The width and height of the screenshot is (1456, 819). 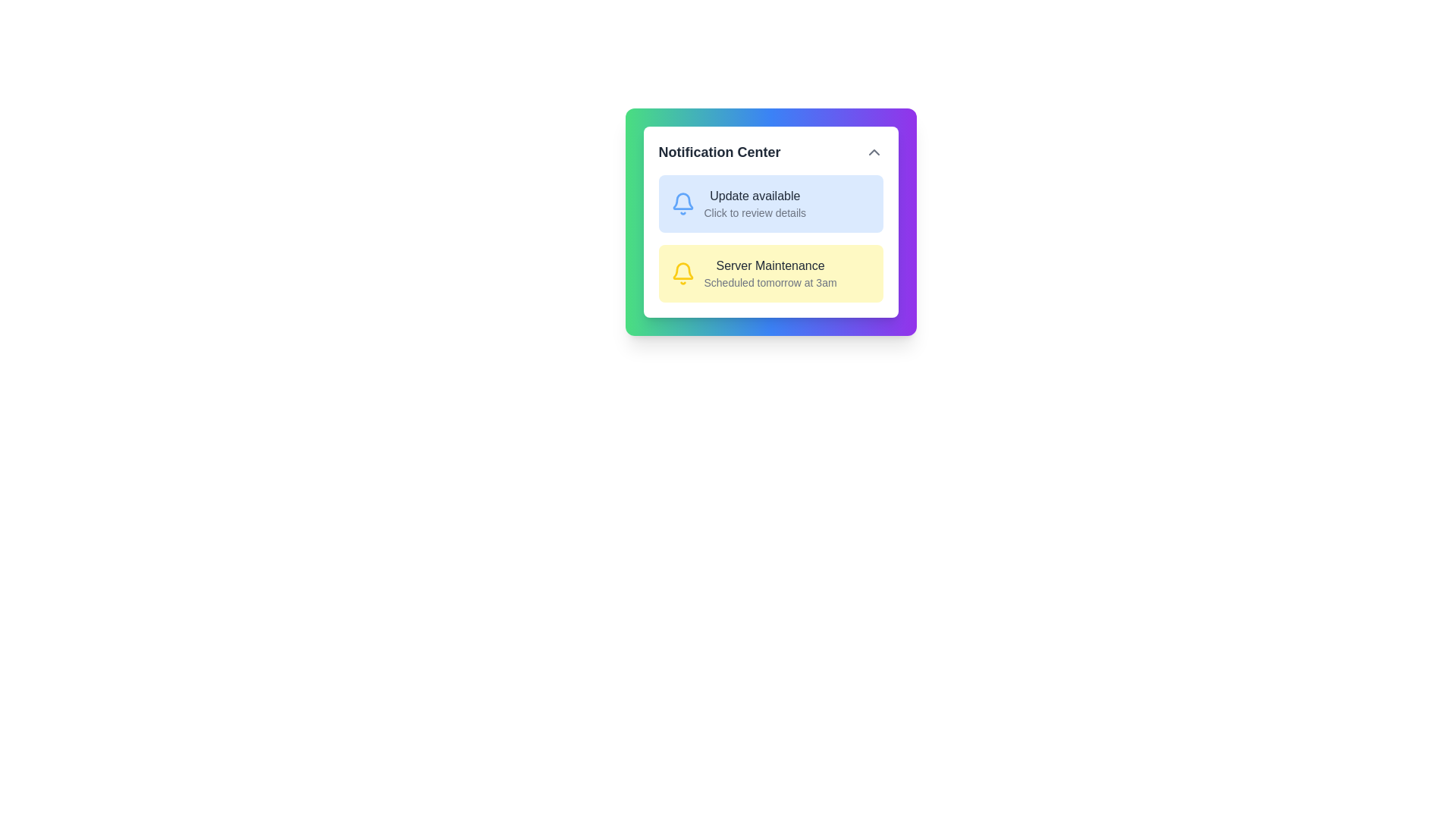 What do you see at coordinates (770, 222) in the screenshot?
I see `the Notification card that displays 'Update available' with a bell icon on the left, located in the Notification Center` at bounding box center [770, 222].